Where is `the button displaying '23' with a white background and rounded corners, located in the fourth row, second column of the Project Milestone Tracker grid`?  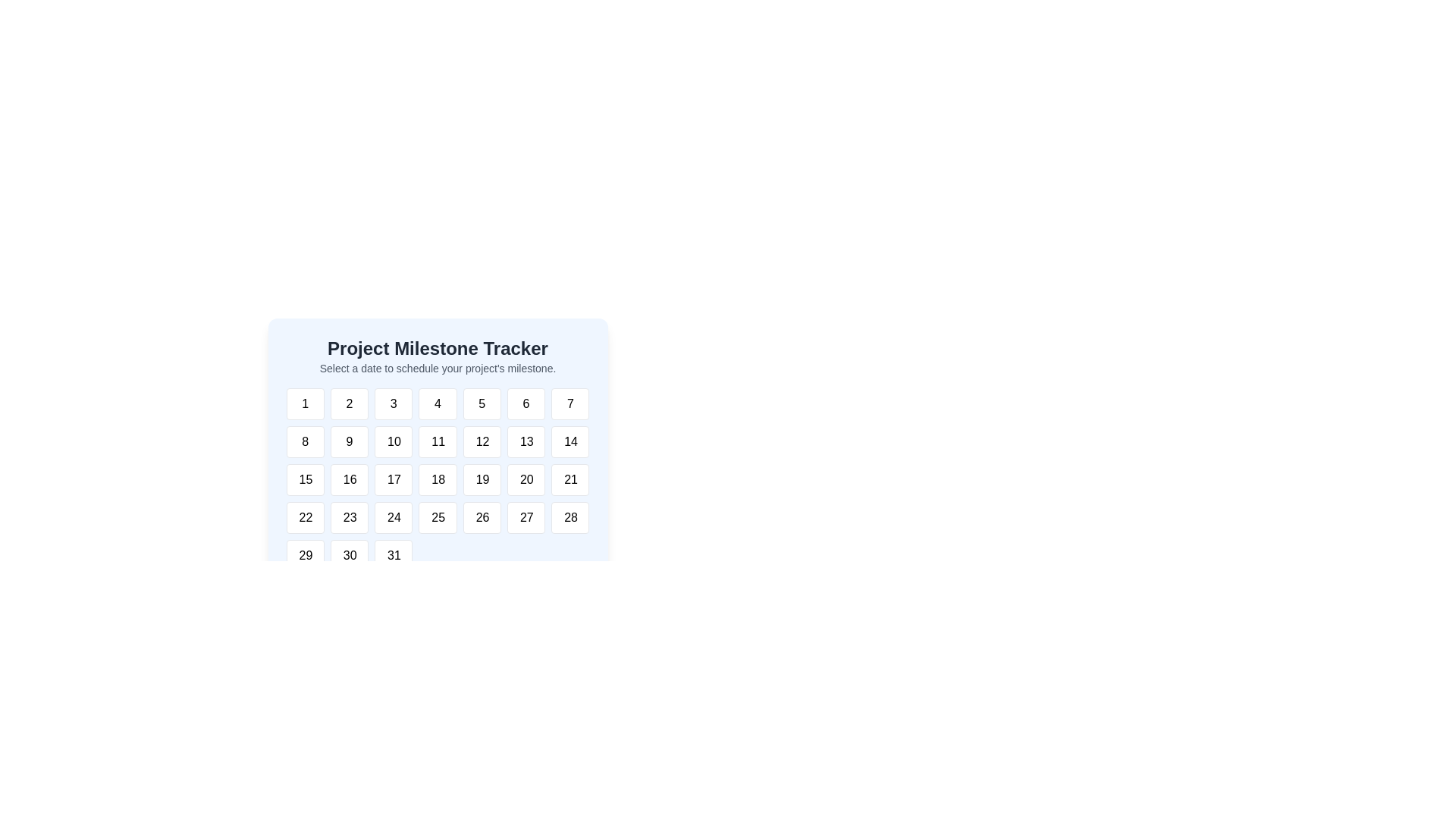 the button displaying '23' with a white background and rounded corners, located in the fourth row, second column of the Project Milestone Tracker grid is located at coordinates (348, 516).